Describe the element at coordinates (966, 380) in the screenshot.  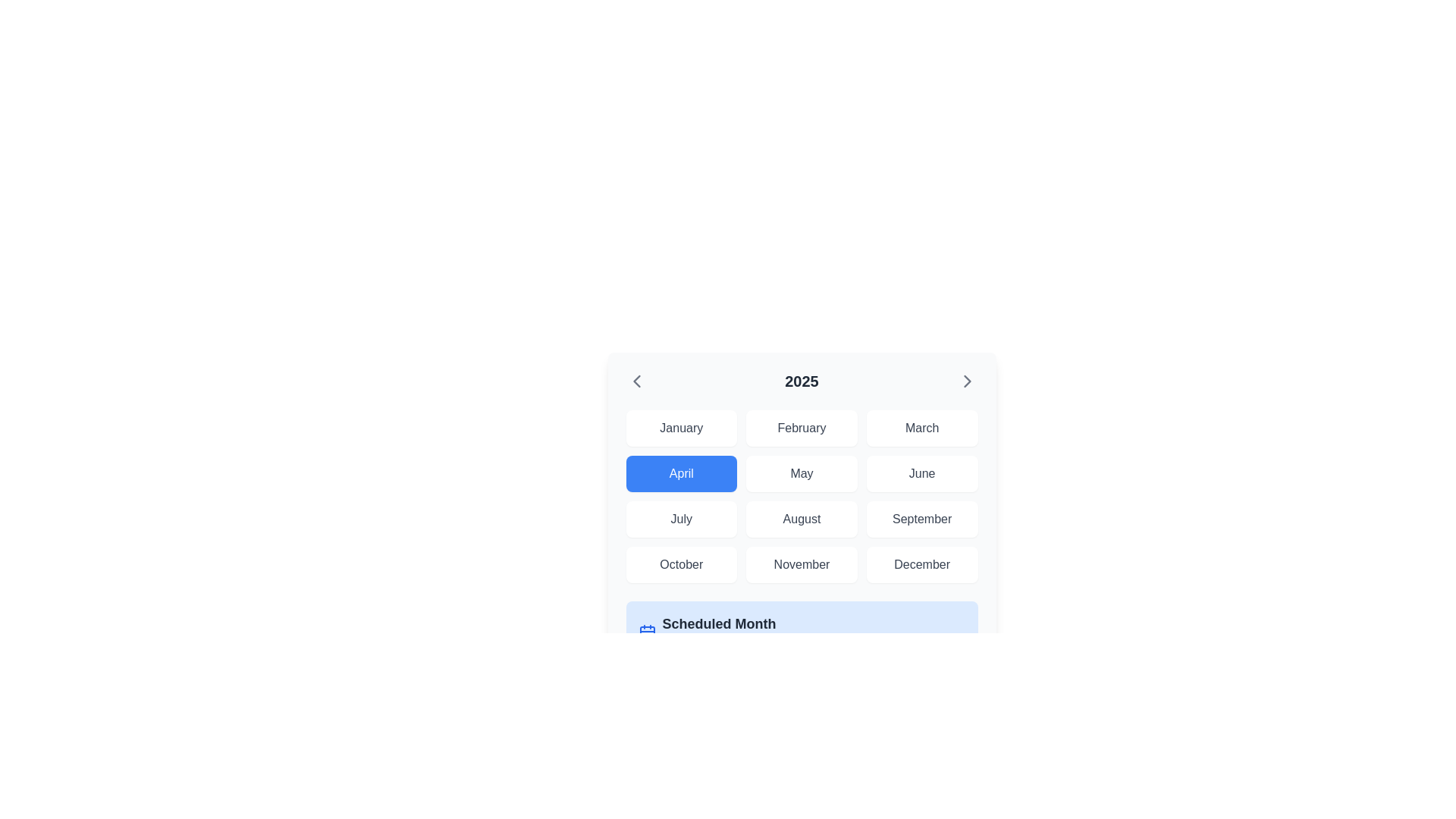
I see `the forward navigation SVG icon located in the top-right corner of the calendar interface` at that location.